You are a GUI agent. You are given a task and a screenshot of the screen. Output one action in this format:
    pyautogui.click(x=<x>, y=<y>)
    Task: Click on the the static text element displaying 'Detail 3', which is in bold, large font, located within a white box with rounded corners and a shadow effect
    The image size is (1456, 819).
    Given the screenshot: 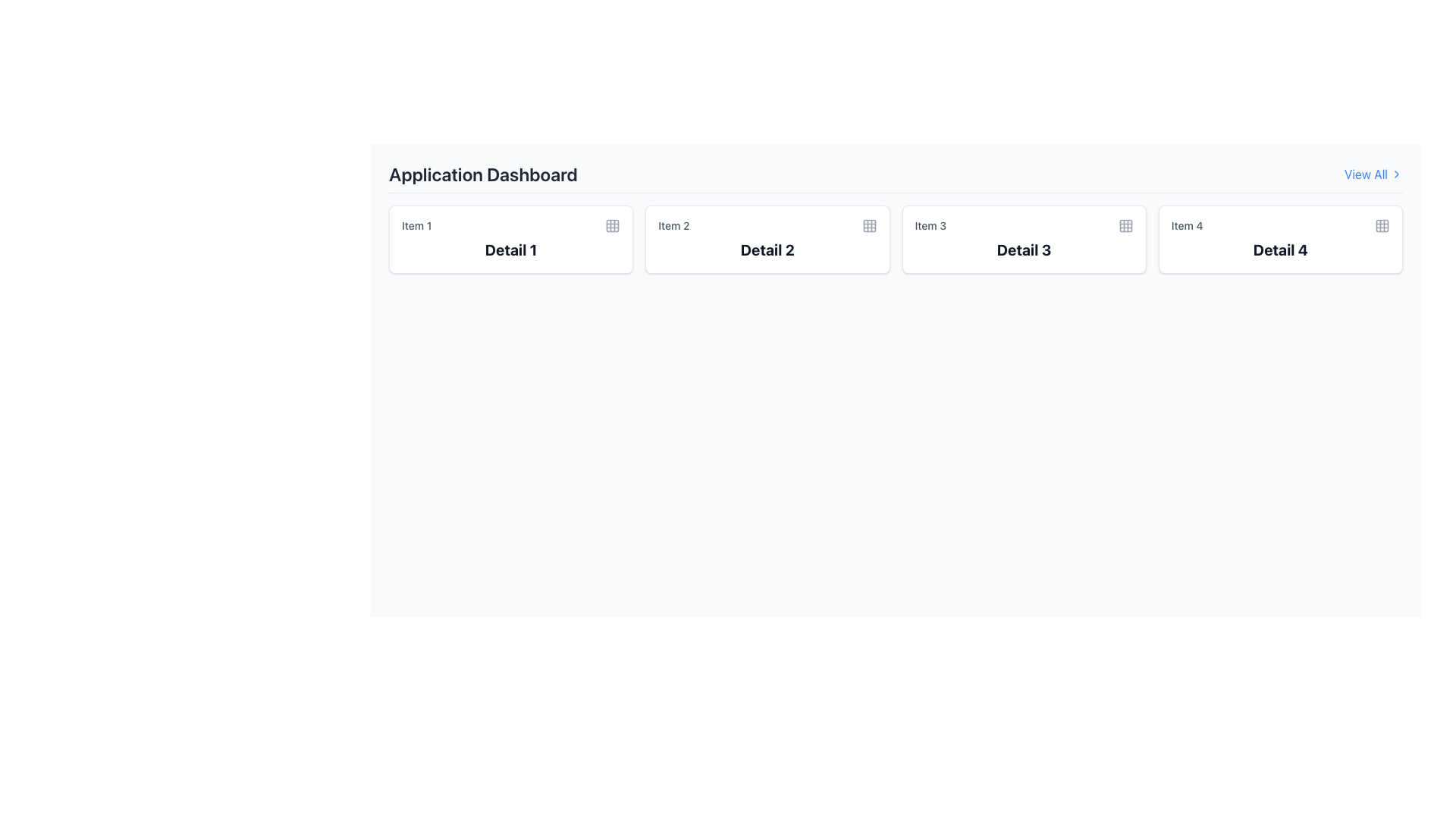 What is the action you would take?
    pyautogui.click(x=1024, y=249)
    